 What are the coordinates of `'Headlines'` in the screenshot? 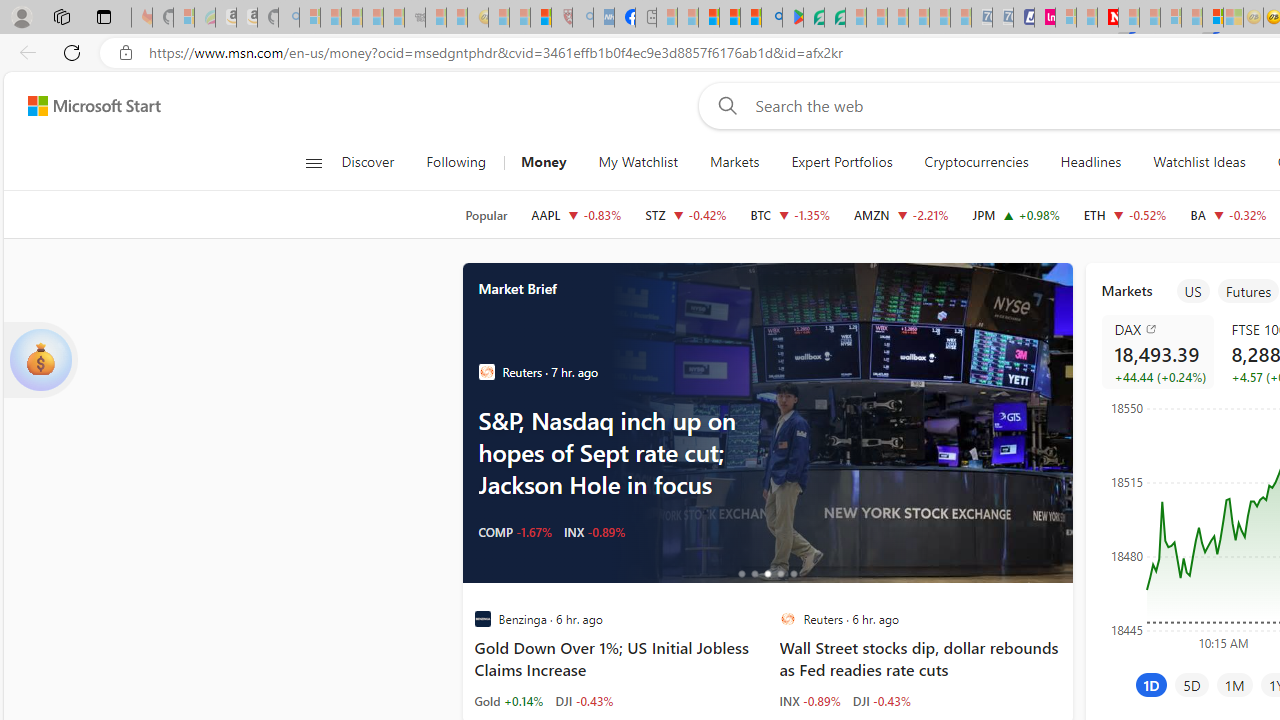 It's located at (1090, 162).